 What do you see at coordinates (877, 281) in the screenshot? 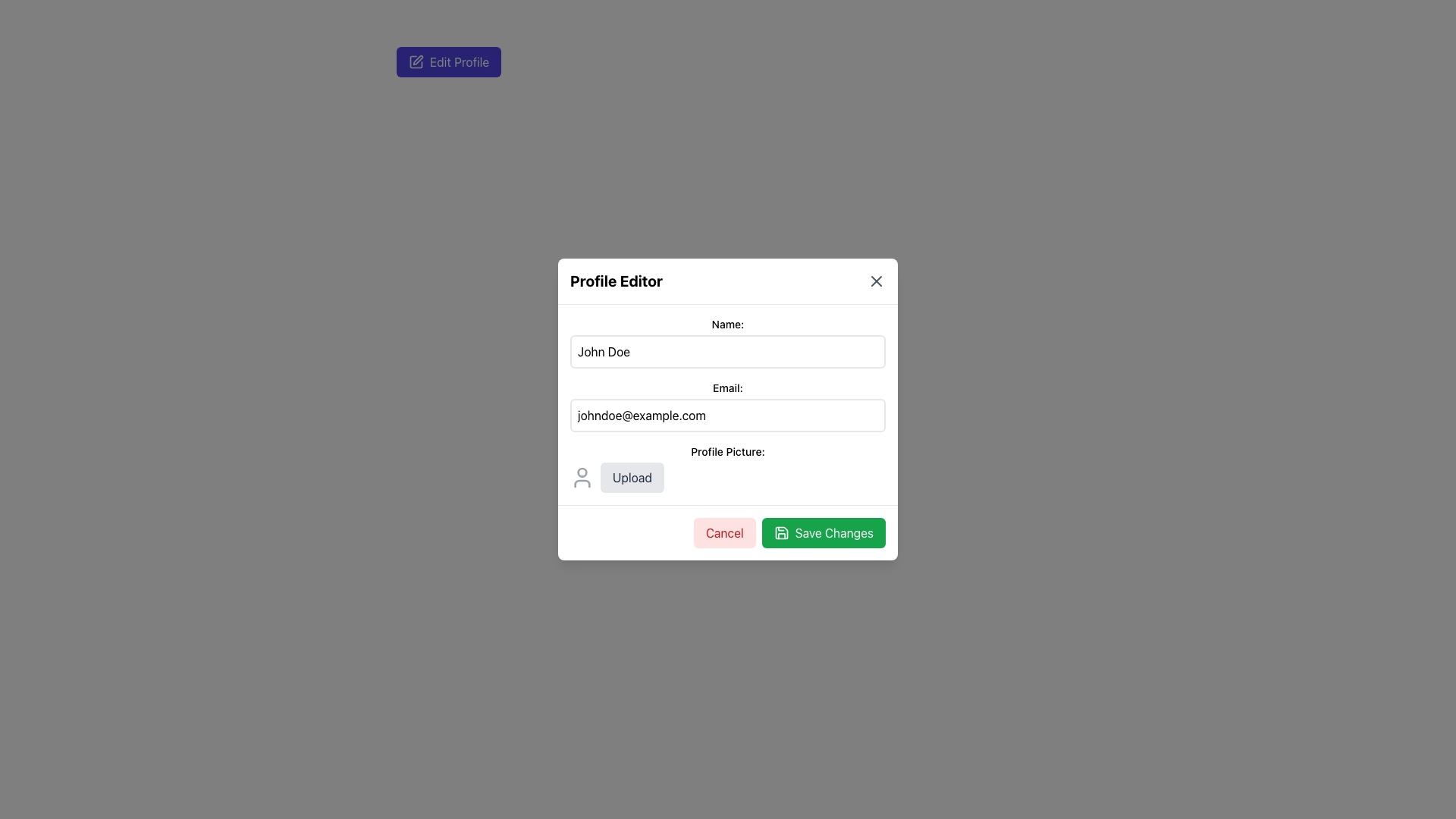
I see `the close button located at the right edge of the 'Profile Editor' modal header` at bounding box center [877, 281].